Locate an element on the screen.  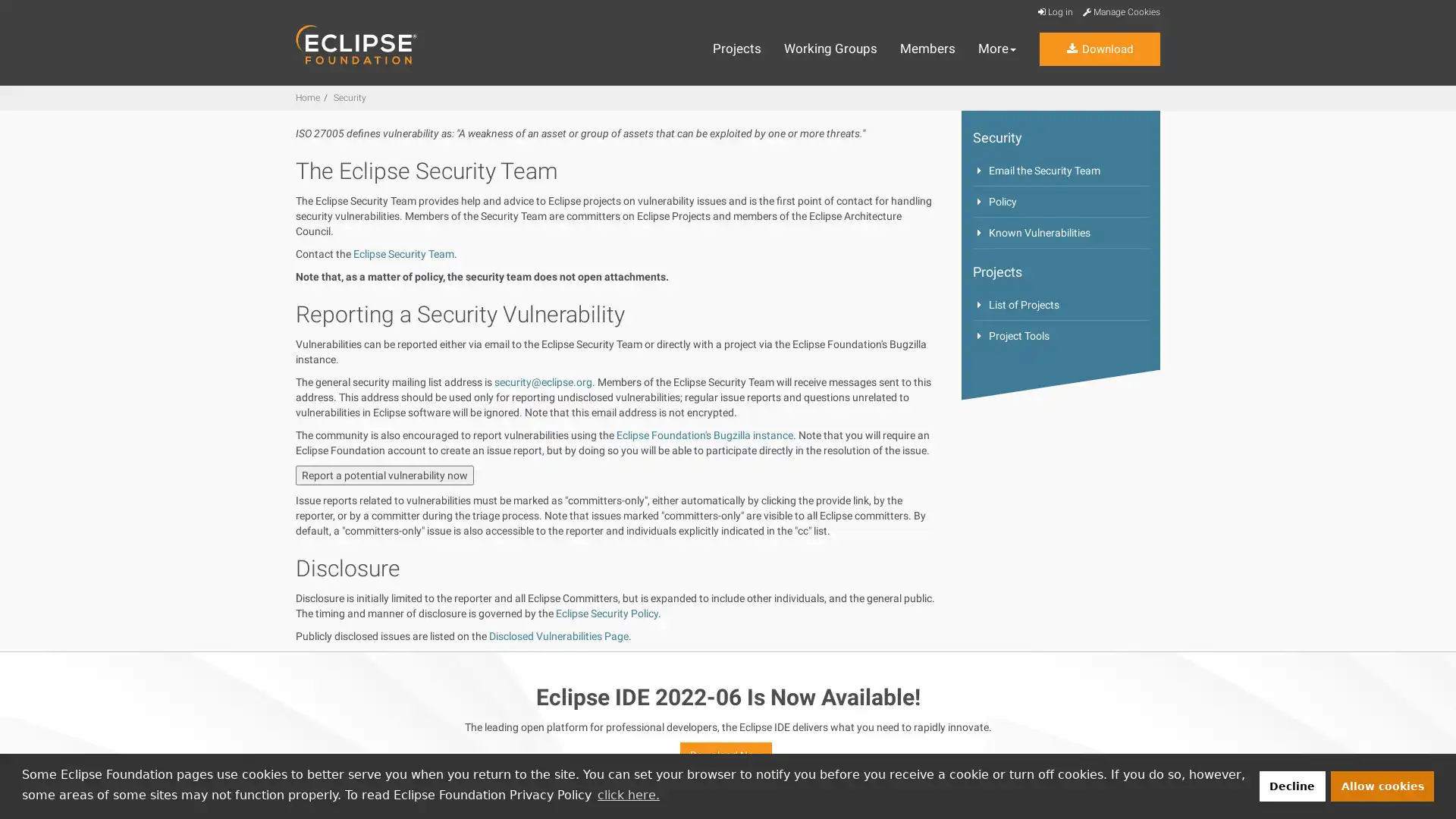
allow cookies is located at coordinates (1382, 785).